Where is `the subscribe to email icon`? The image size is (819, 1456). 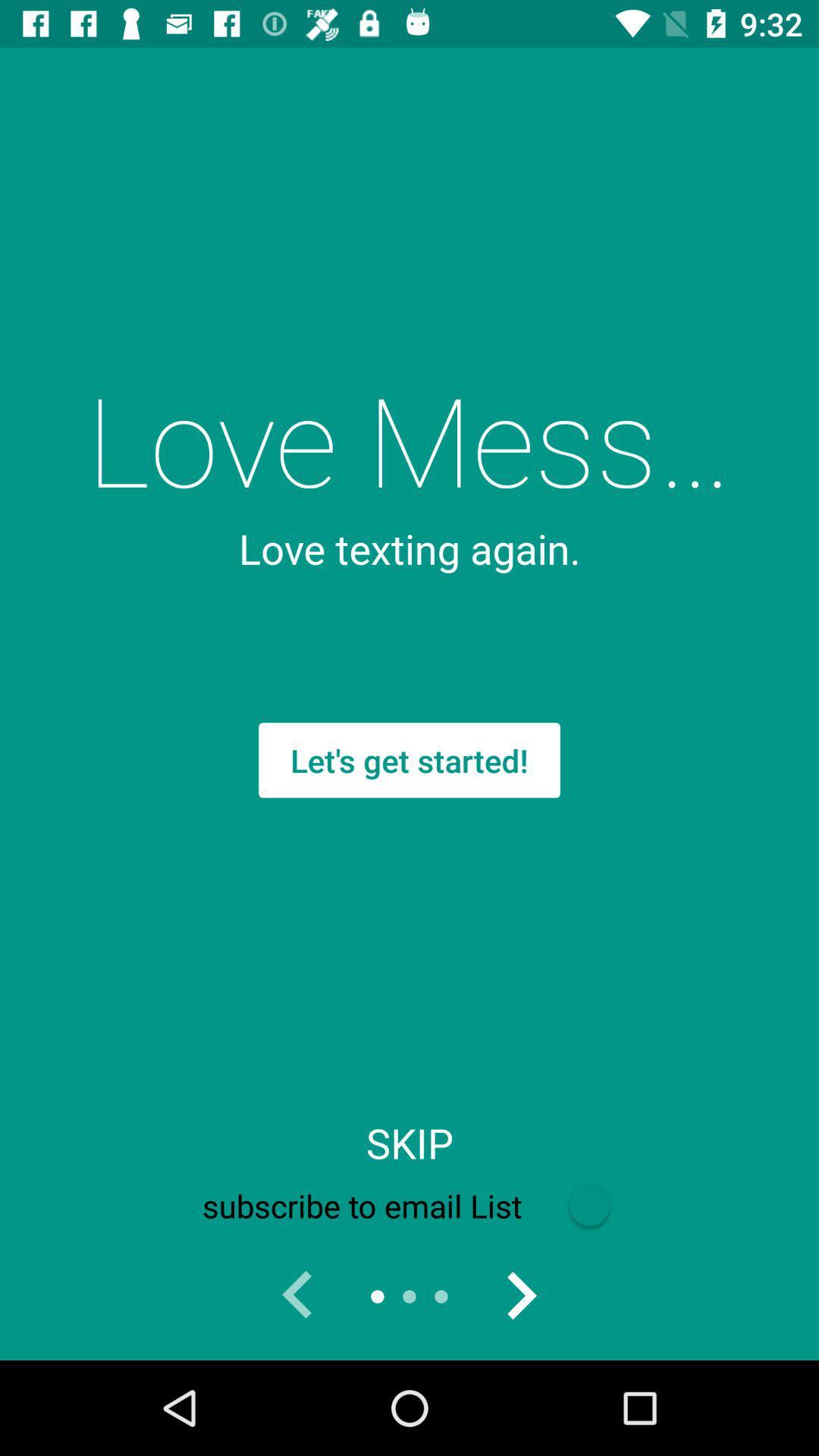 the subscribe to email icon is located at coordinates (409, 1205).